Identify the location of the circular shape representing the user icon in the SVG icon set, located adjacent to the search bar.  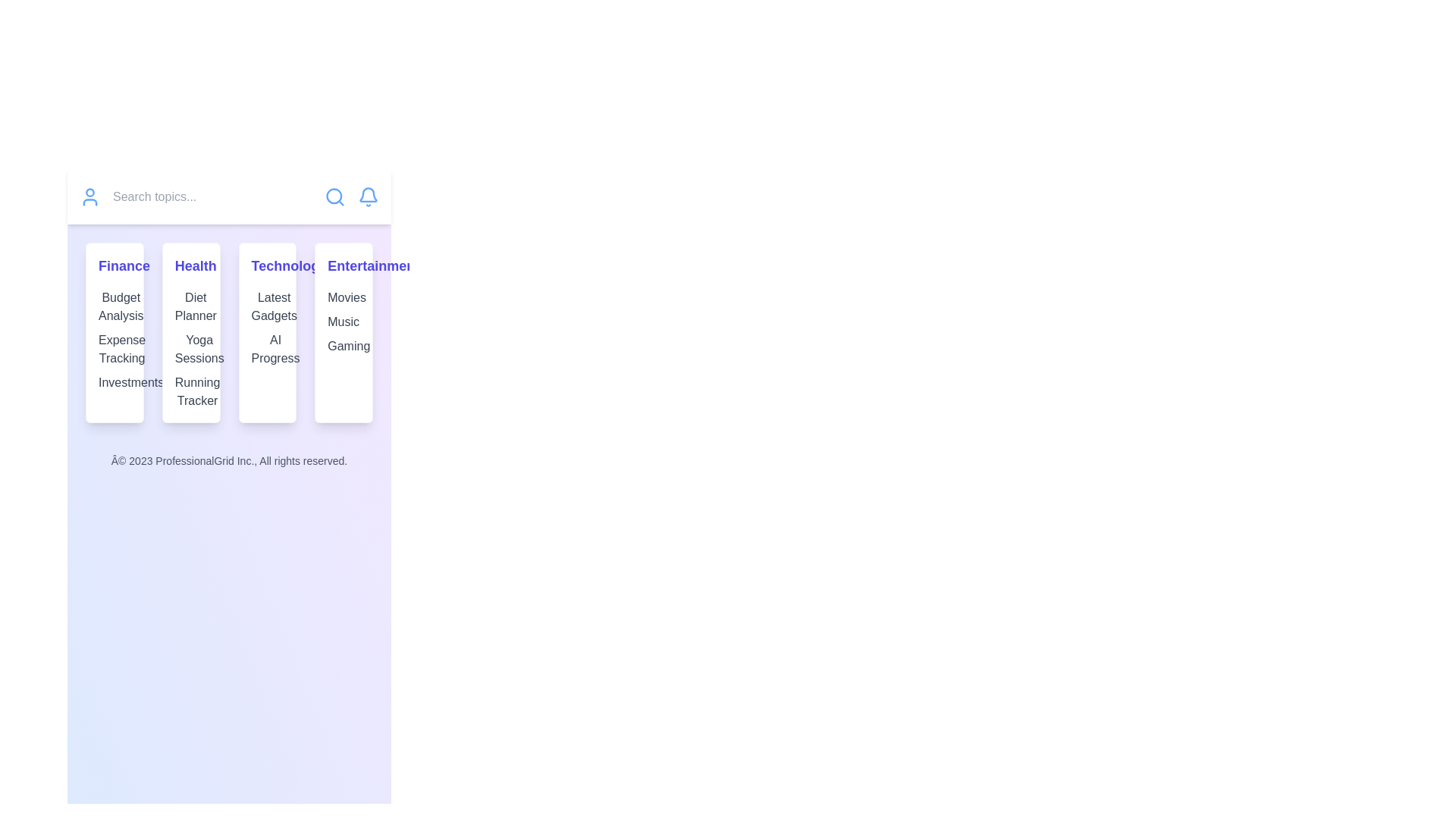
(89, 192).